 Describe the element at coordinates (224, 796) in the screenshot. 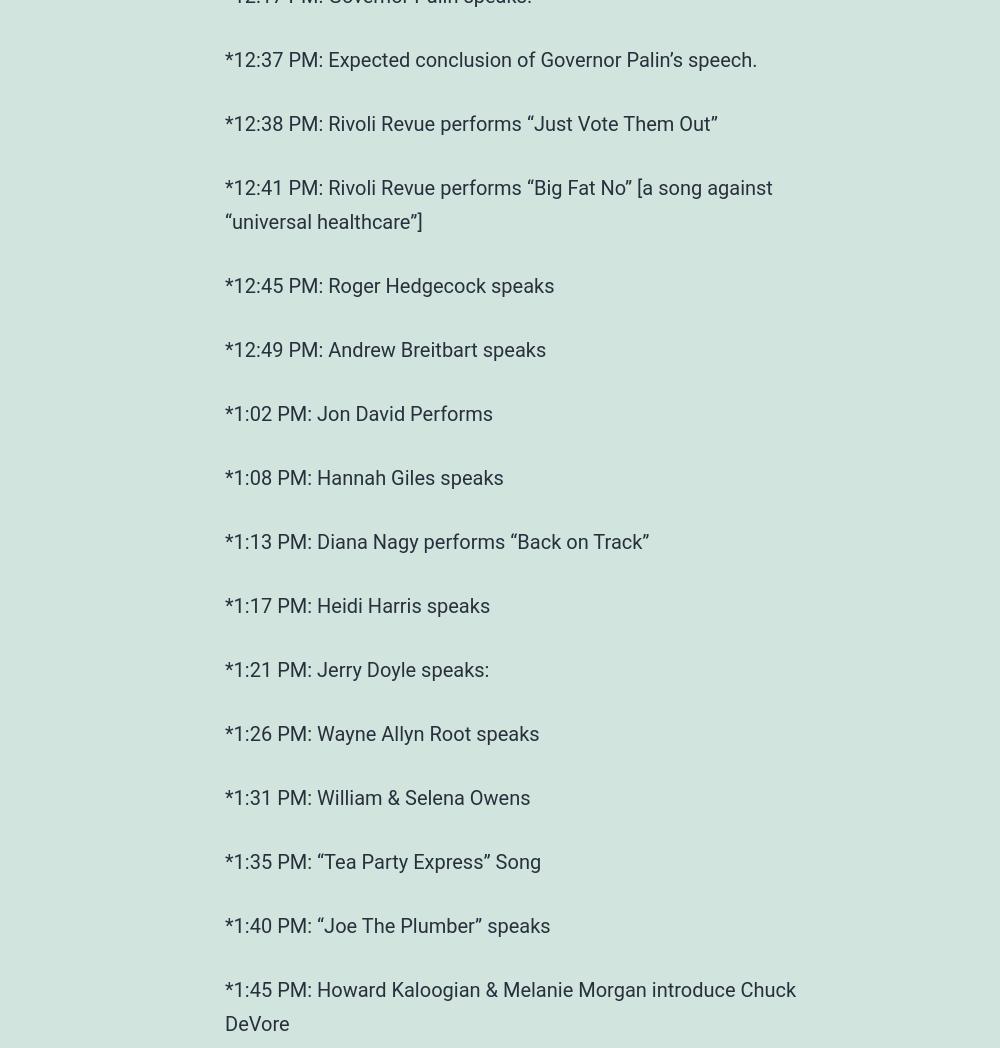

I see `'*1:31 PM: William & Selena Owens'` at that location.